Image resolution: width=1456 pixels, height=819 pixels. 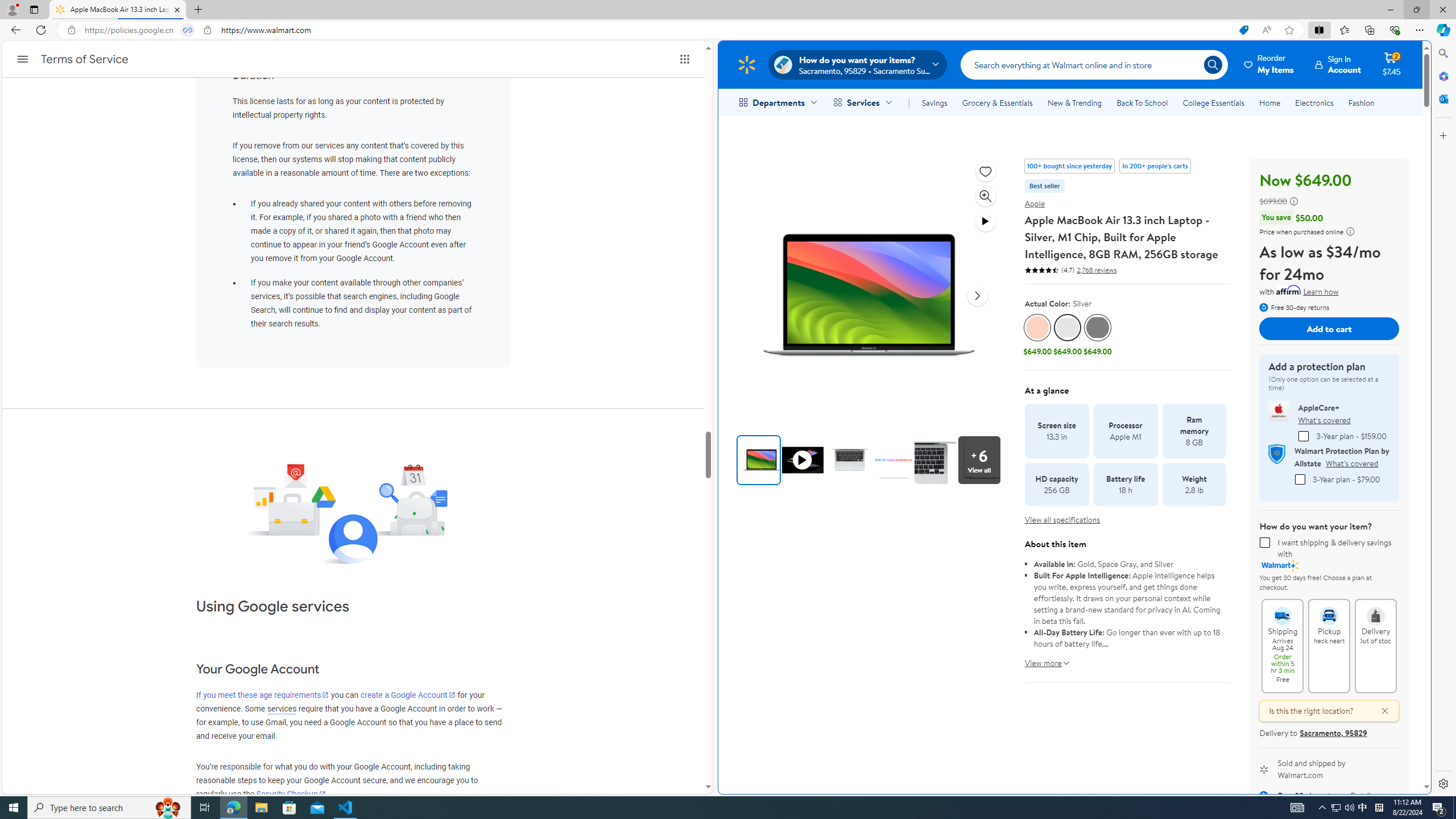 What do you see at coordinates (1269, 64) in the screenshot?
I see `'ReorderMy Items'` at bounding box center [1269, 64].